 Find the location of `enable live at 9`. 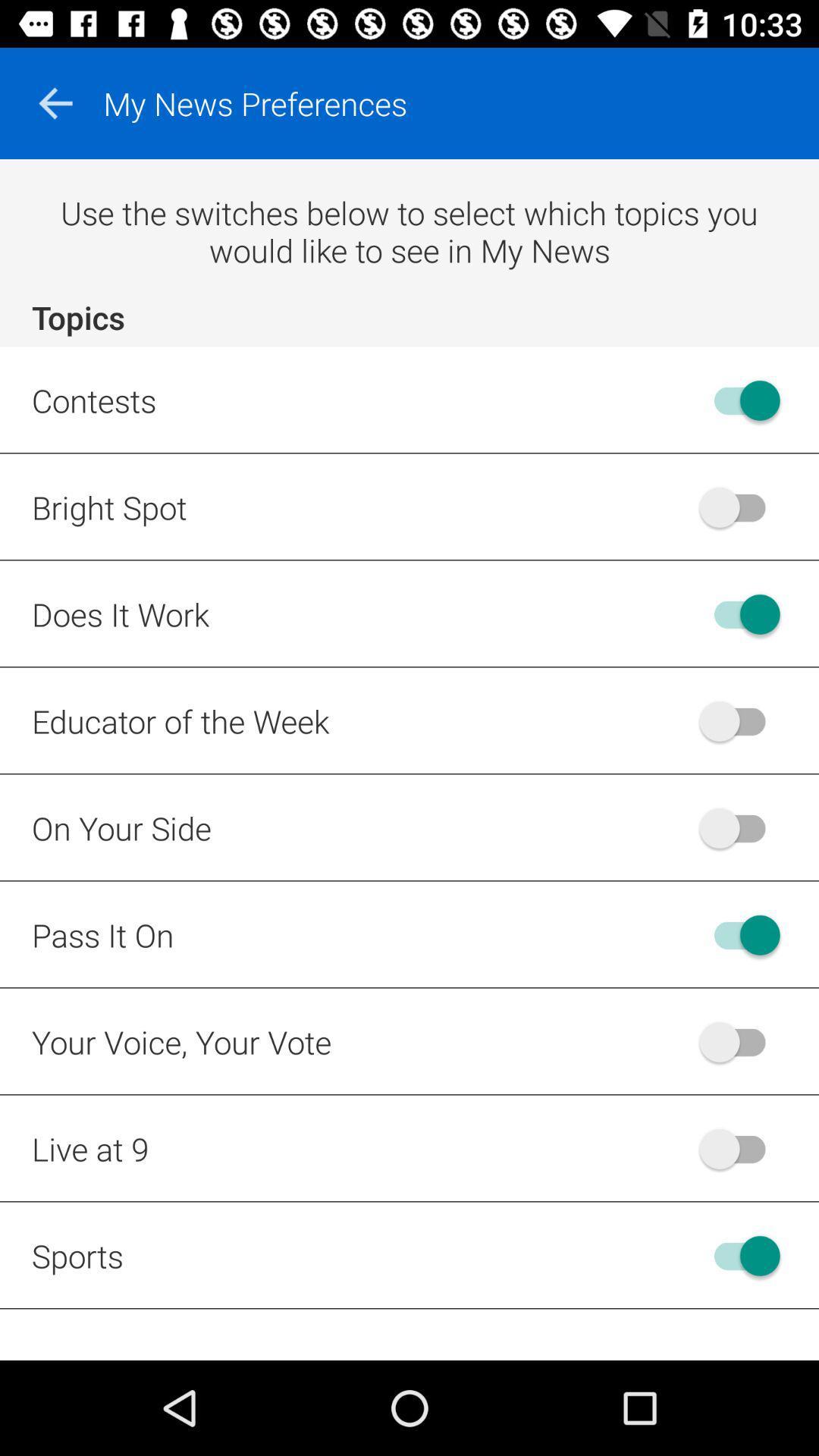

enable live at 9 is located at coordinates (739, 1149).